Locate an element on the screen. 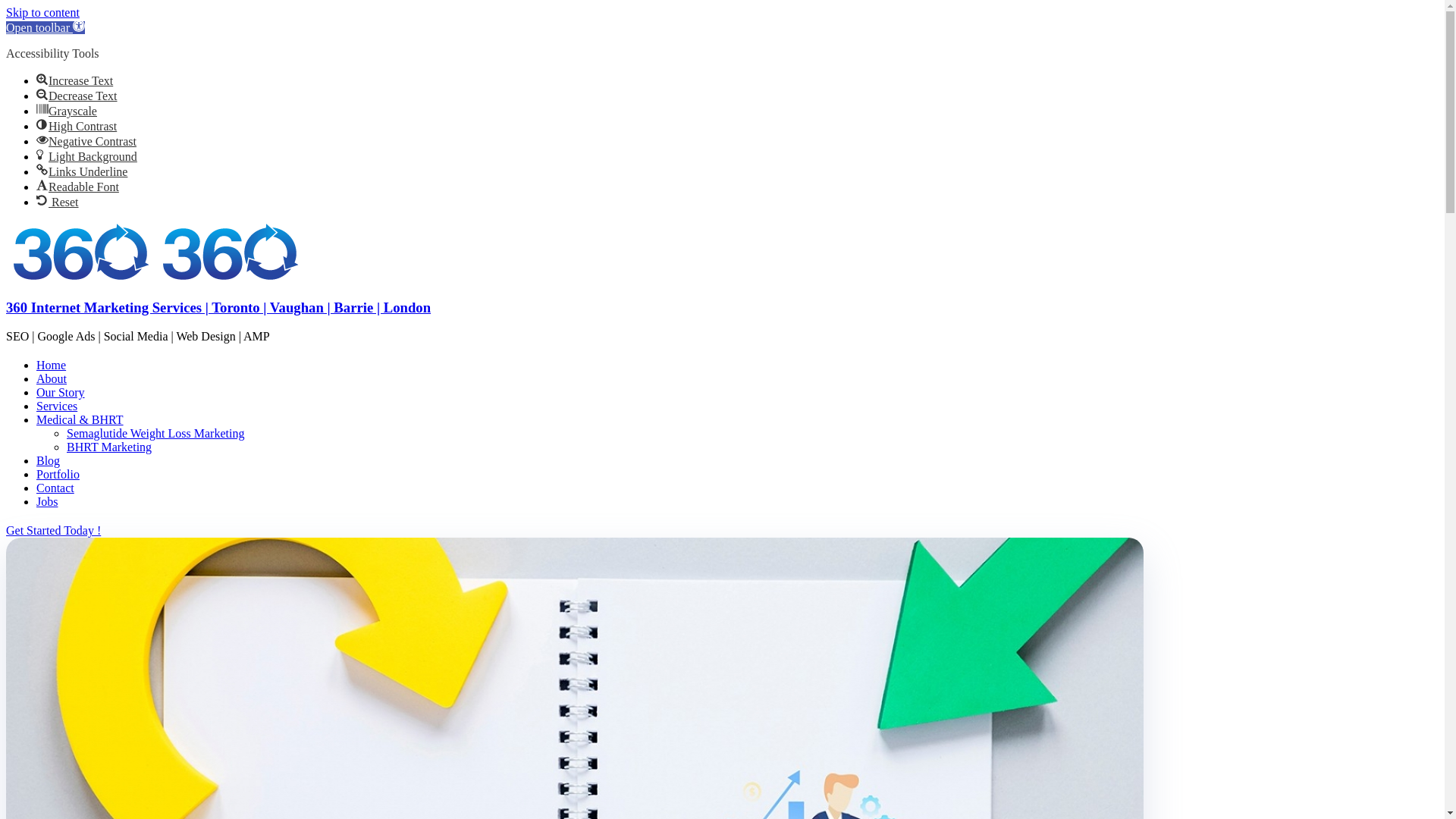 This screenshot has height=819, width=1456. 'Increase TextIncrease Text' is located at coordinates (74, 80).